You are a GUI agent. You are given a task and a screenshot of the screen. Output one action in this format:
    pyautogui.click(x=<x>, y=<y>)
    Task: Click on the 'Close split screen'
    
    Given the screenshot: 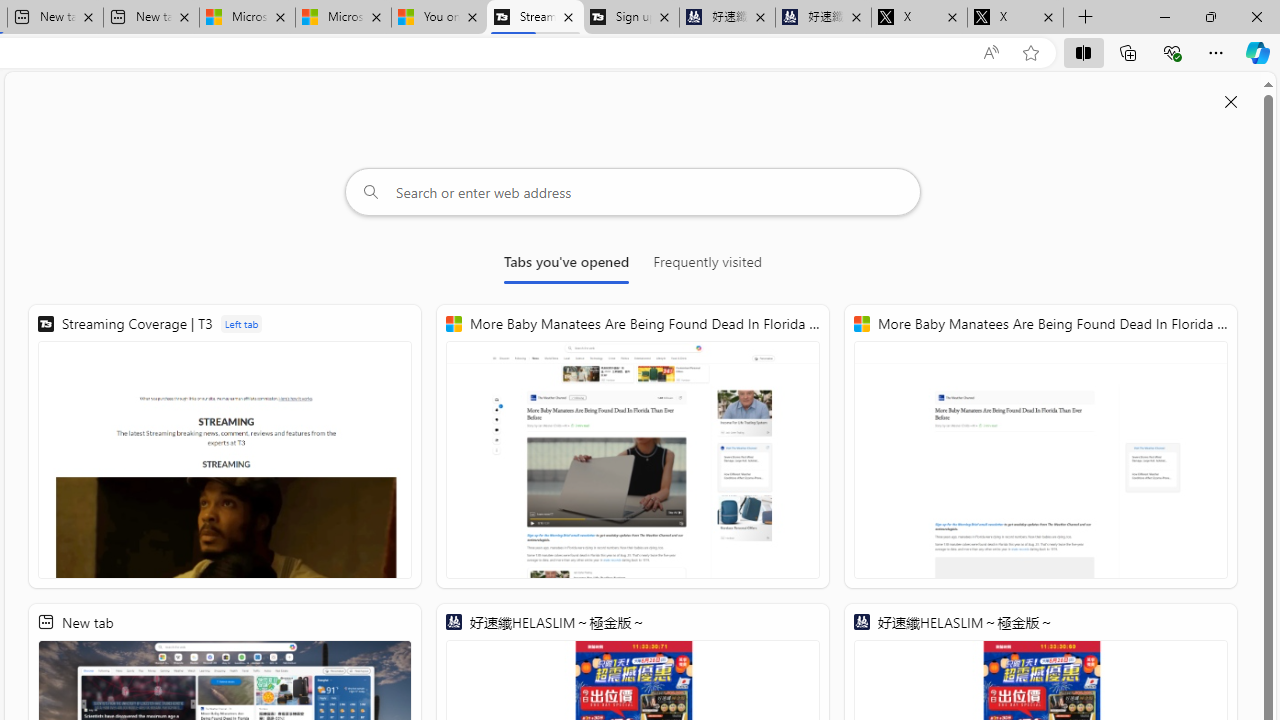 What is the action you would take?
    pyautogui.click(x=1230, y=102)
    